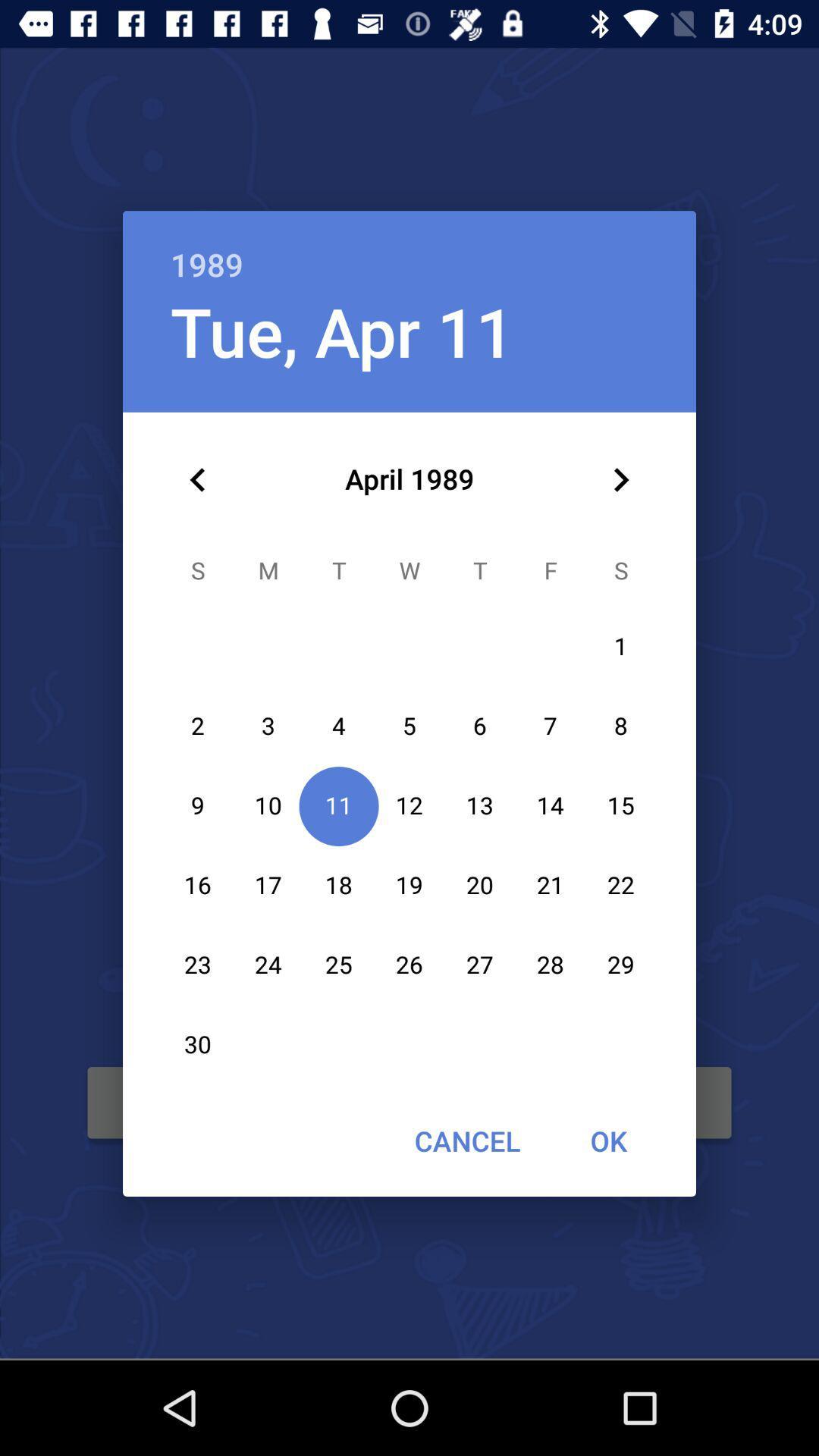 The width and height of the screenshot is (819, 1456). Describe the element at coordinates (342, 330) in the screenshot. I see `item below the 1989 item` at that location.